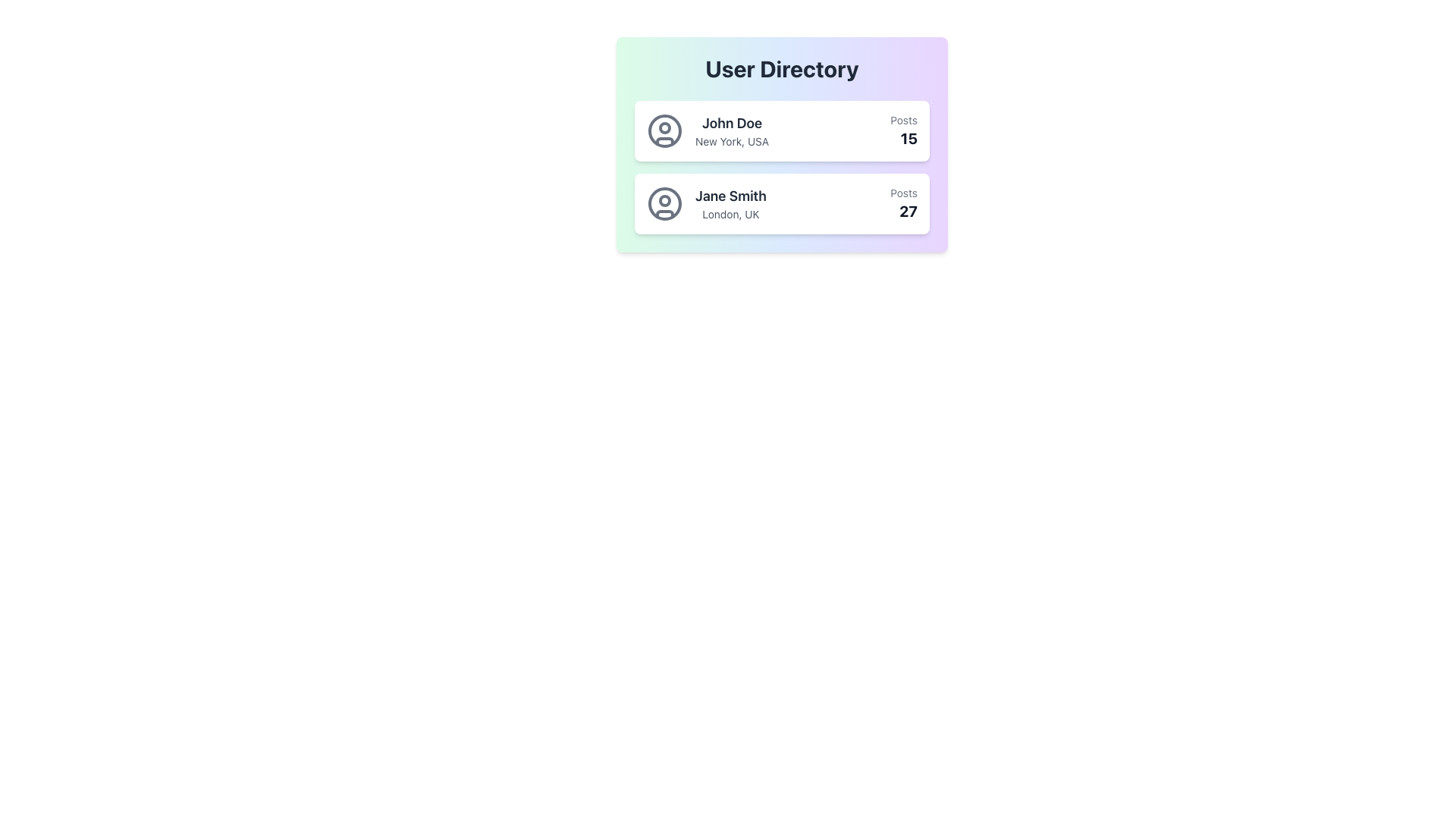 The width and height of the screenshot is (1456, 819). What do you see at coordinates (731, 195) in the screenshot?
I see `the text label that identifies a user in the directory, positioned above the user's location and to the left of the post count` at bounding box center [731, 195].